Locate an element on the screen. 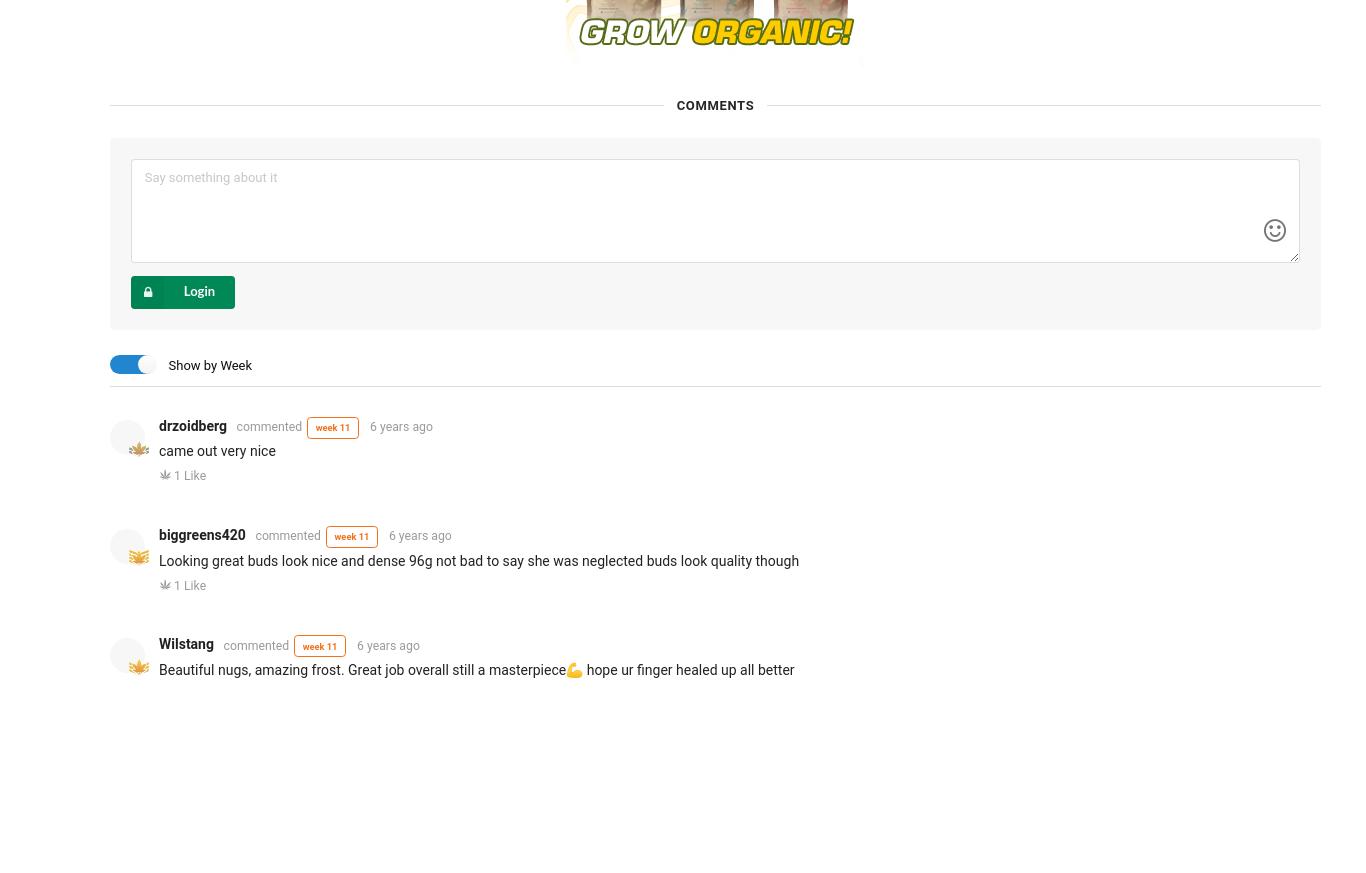 The width and height of the screenshot is (1366, 873). 'biggreens420' is located at coordinates (201, 533).